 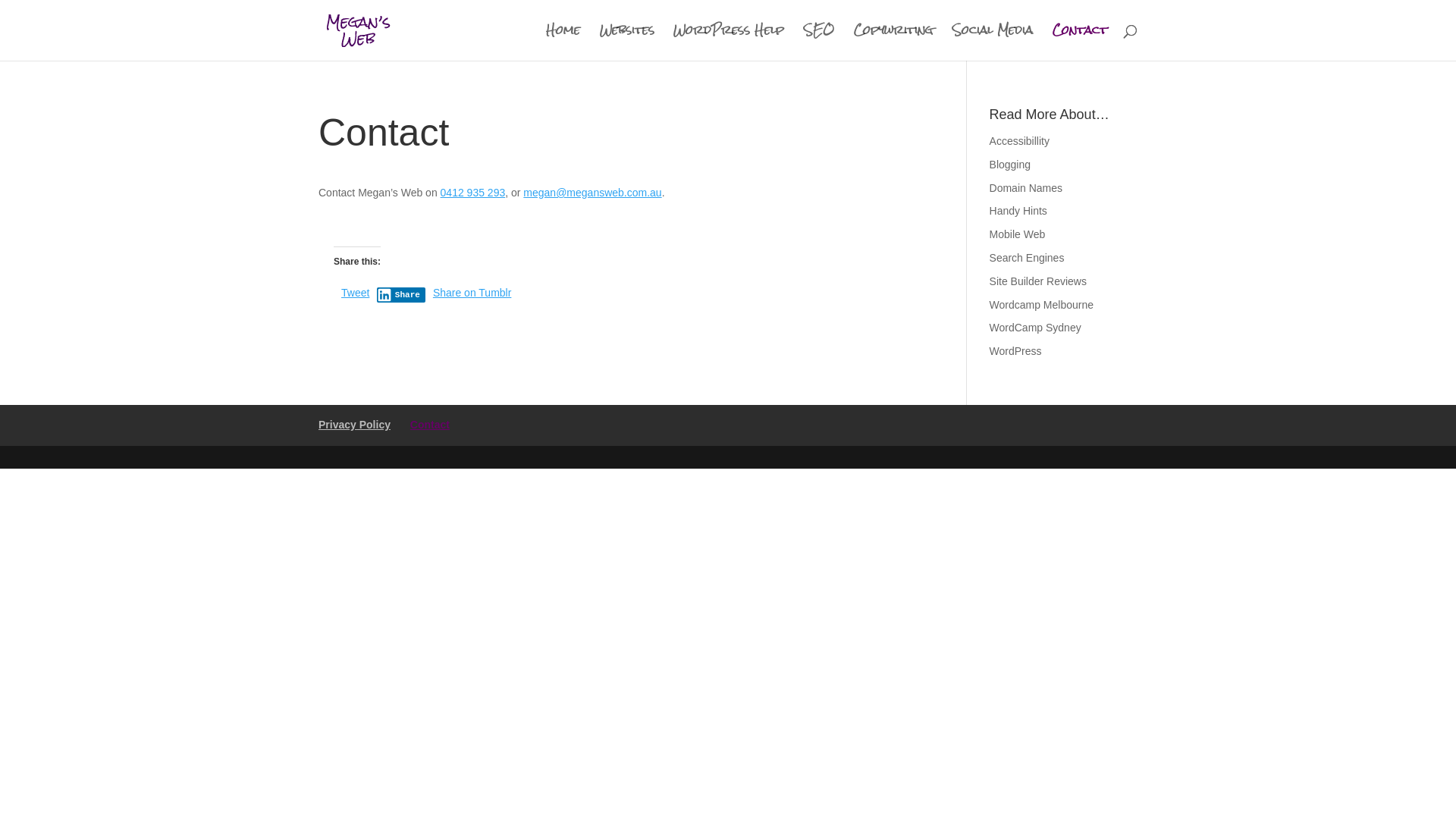 I want to click on 'Accessibillity', so click(x=1019, y=140).